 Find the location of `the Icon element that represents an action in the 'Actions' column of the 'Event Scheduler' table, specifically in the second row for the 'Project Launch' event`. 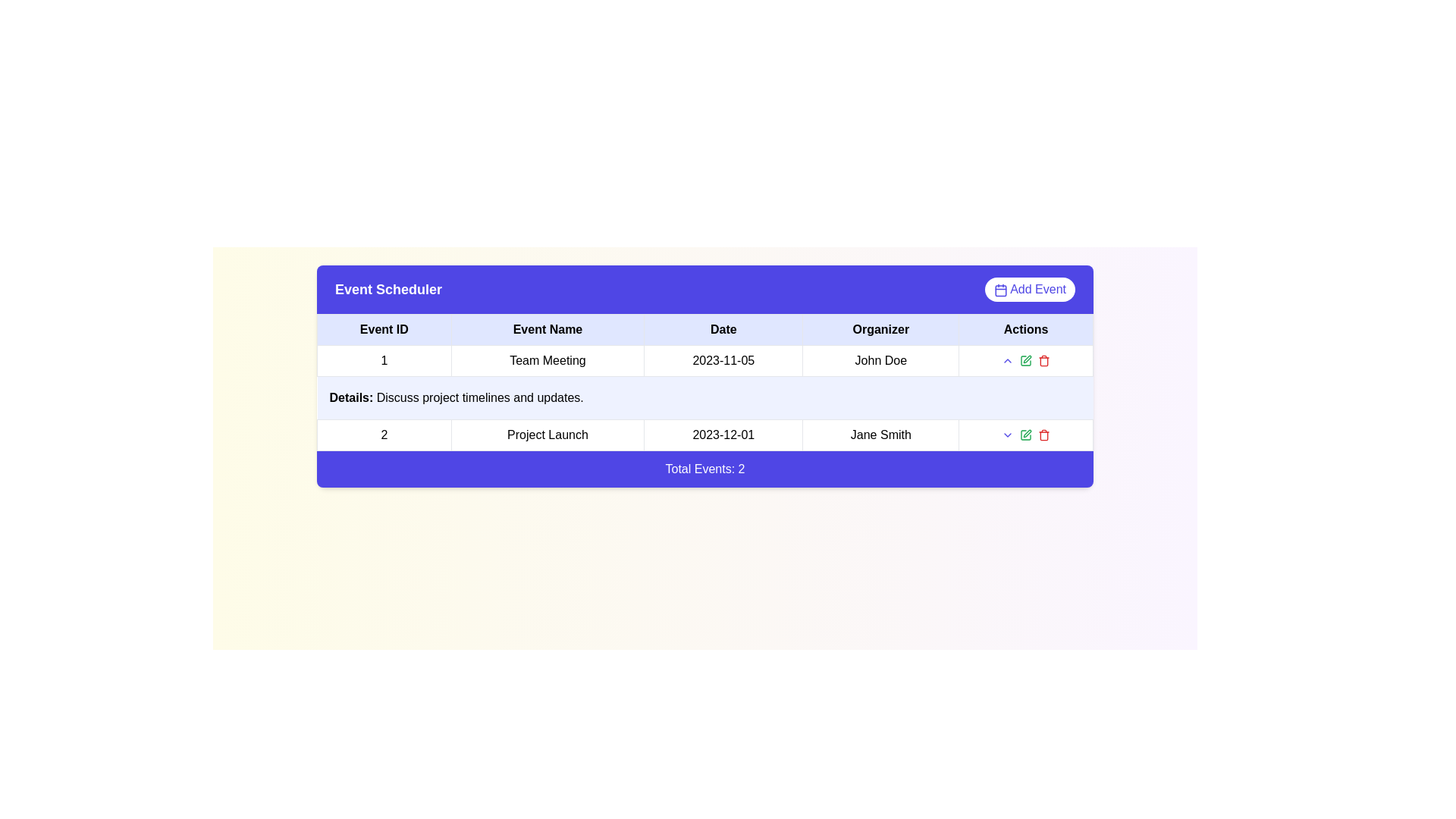

the Icon element that represents an action in the 'Actions' column of the 'Event Scheduler' table, specifically in the second row for the 'Project Launch' event is located at coordinates (1026, 435).